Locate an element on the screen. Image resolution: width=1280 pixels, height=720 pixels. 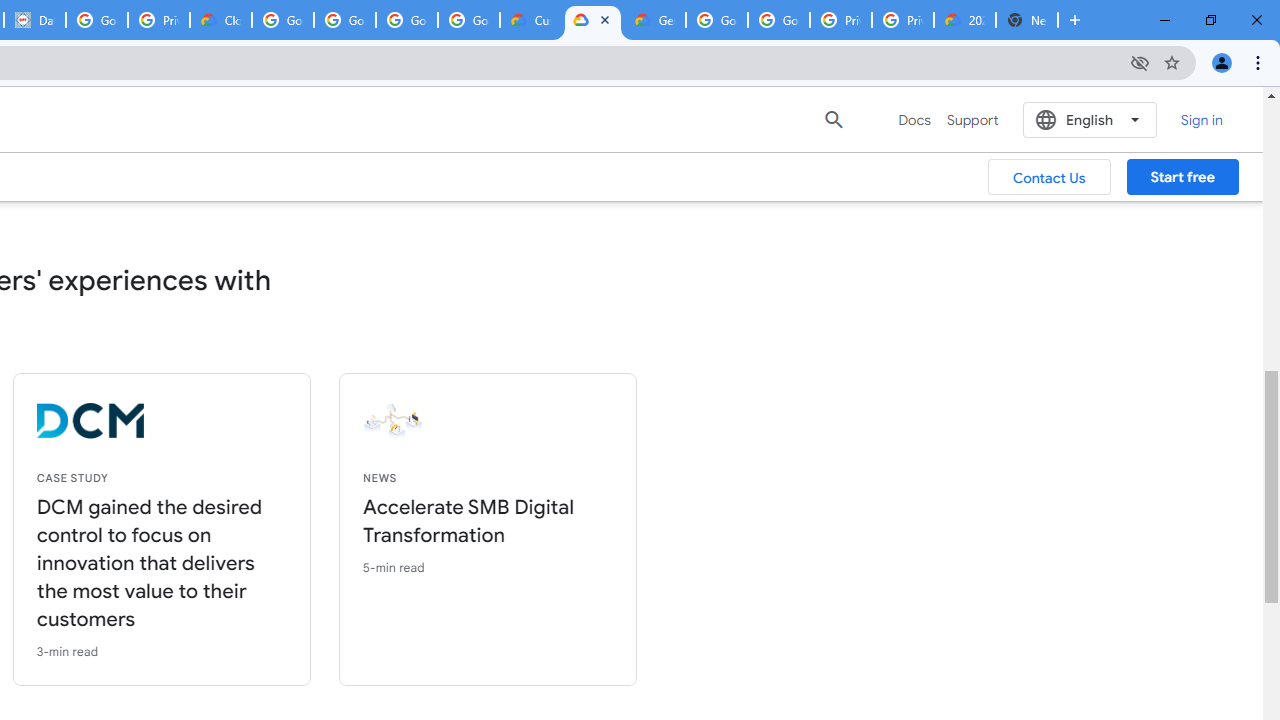
'Support' is located at coordinates (972, 119).